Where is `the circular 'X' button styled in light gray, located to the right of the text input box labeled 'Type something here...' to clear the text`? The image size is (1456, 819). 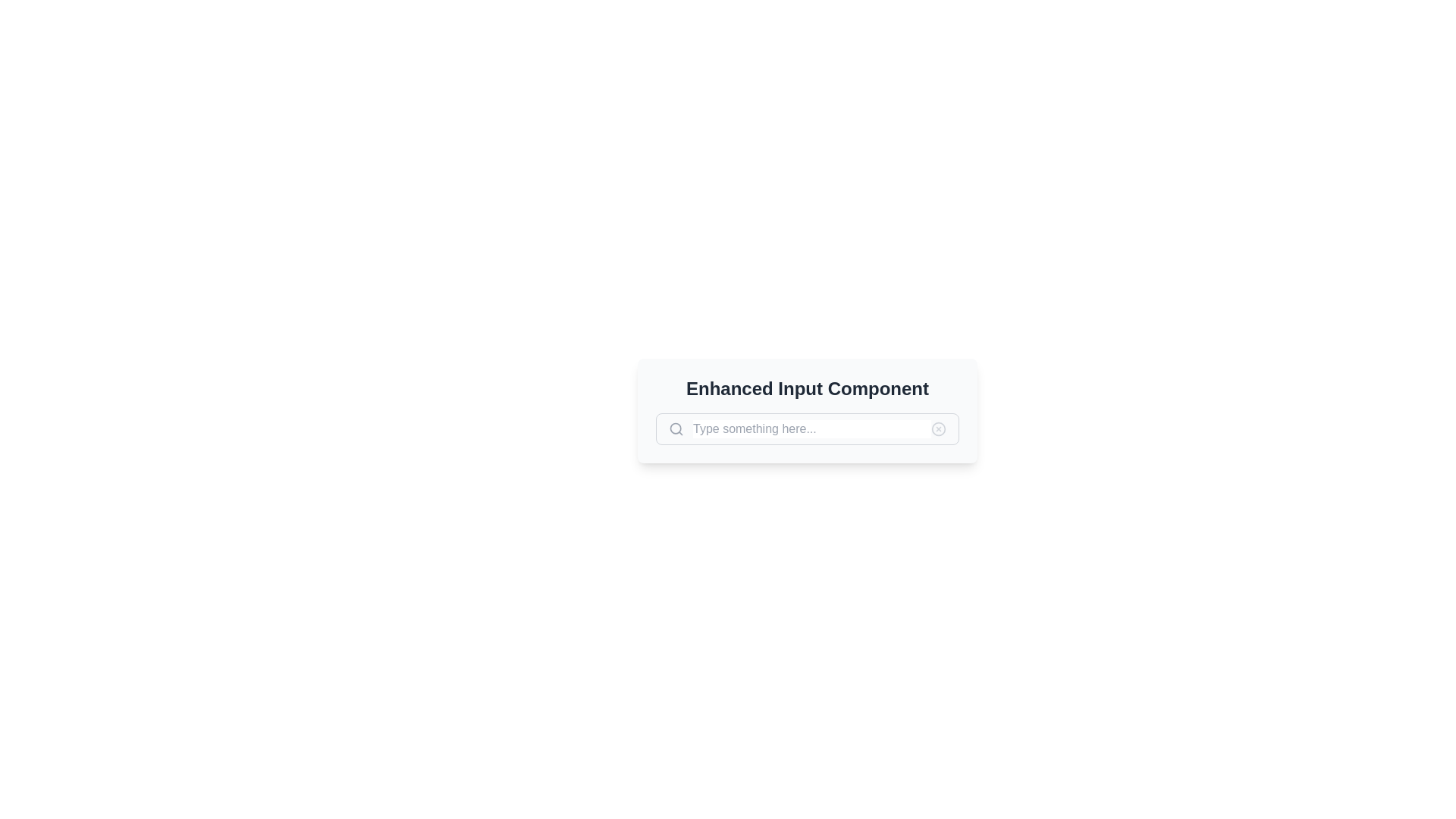
the circular 'X' button styled in light gray, located to the right of the text input box labeled 'Type something here...' to clear the text is located at coordinates (938, 429).